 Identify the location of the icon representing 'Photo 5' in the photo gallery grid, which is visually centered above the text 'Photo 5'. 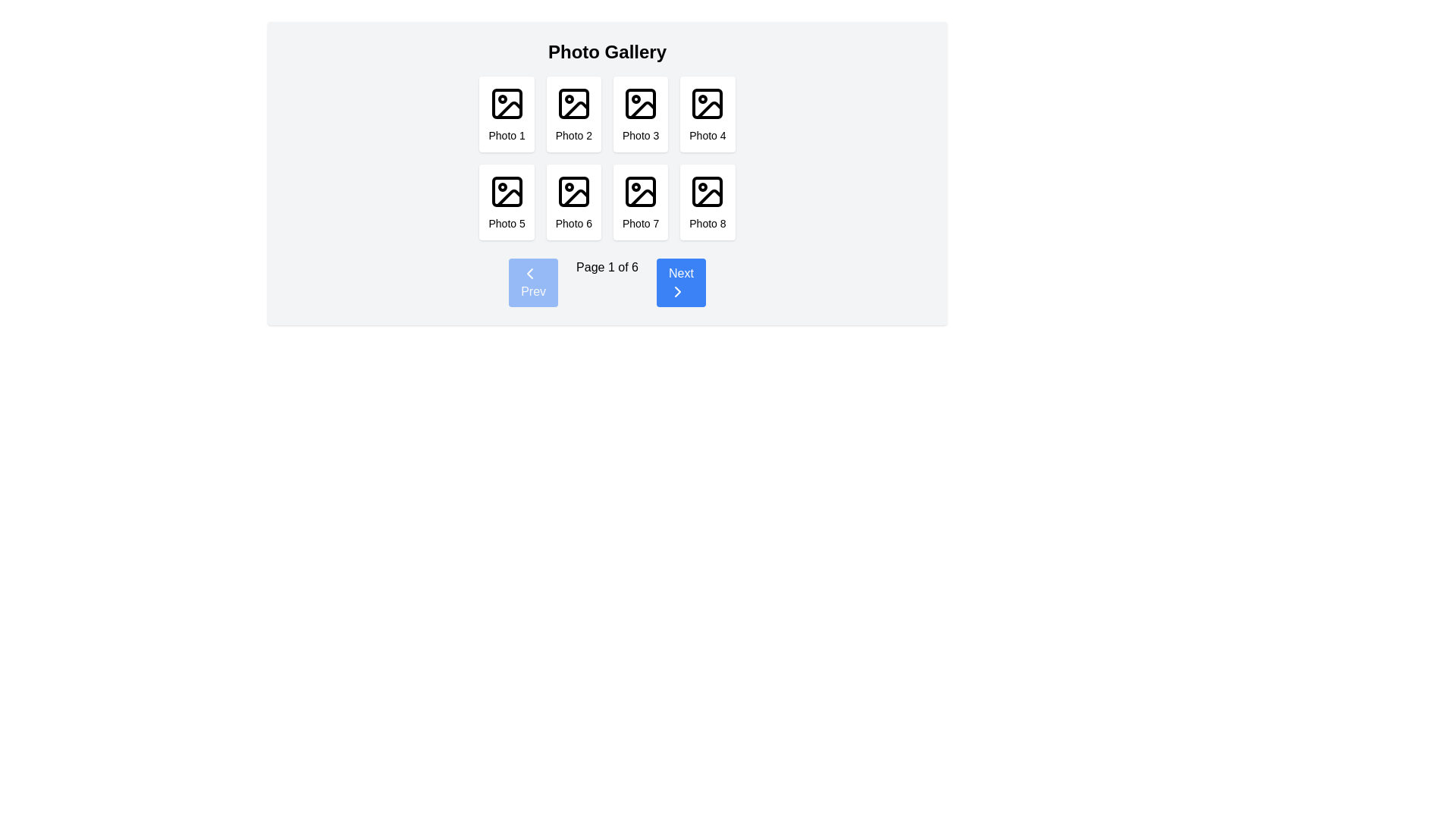
(507, 191).